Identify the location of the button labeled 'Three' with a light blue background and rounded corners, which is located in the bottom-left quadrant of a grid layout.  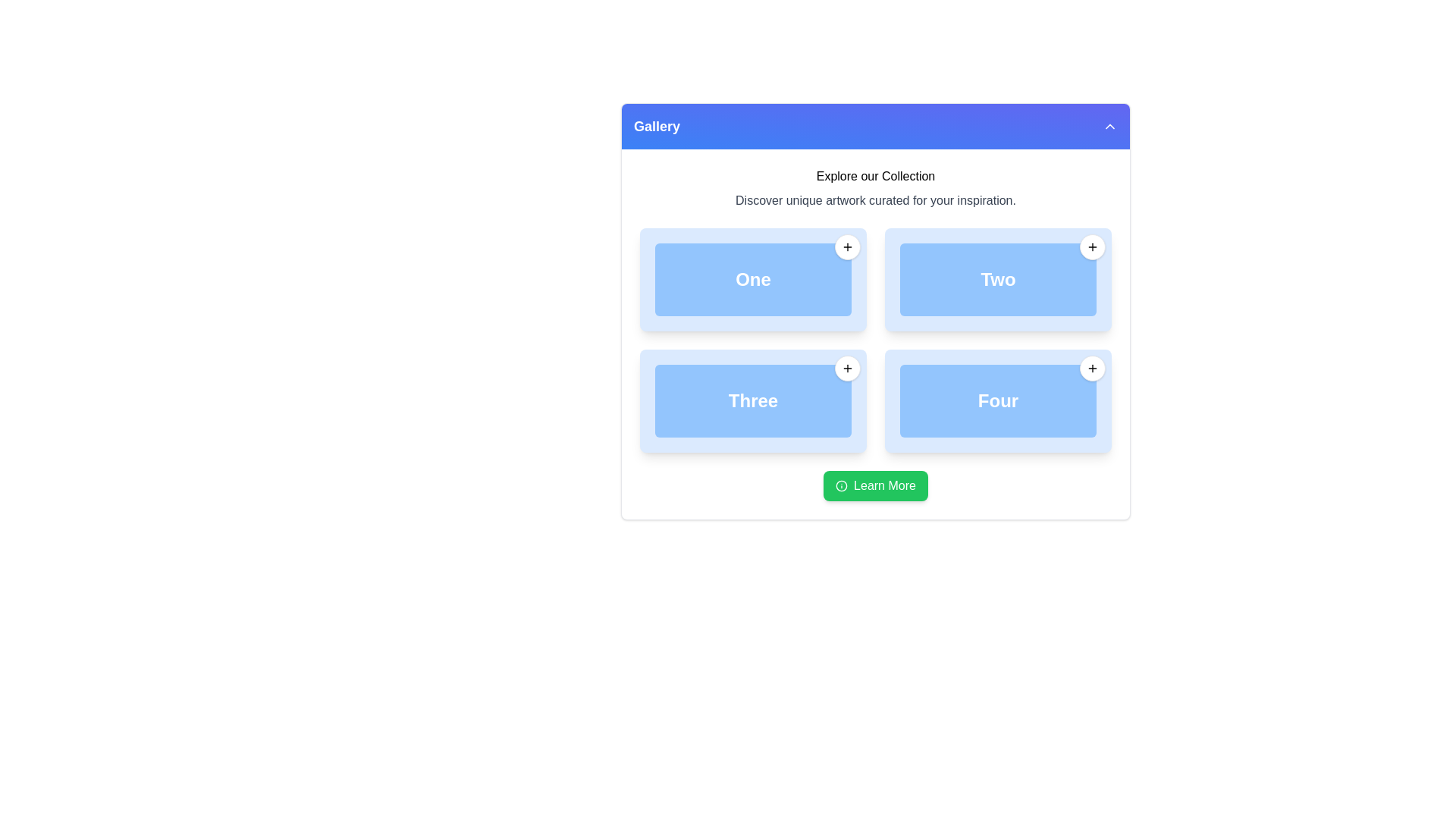
(753, 400).